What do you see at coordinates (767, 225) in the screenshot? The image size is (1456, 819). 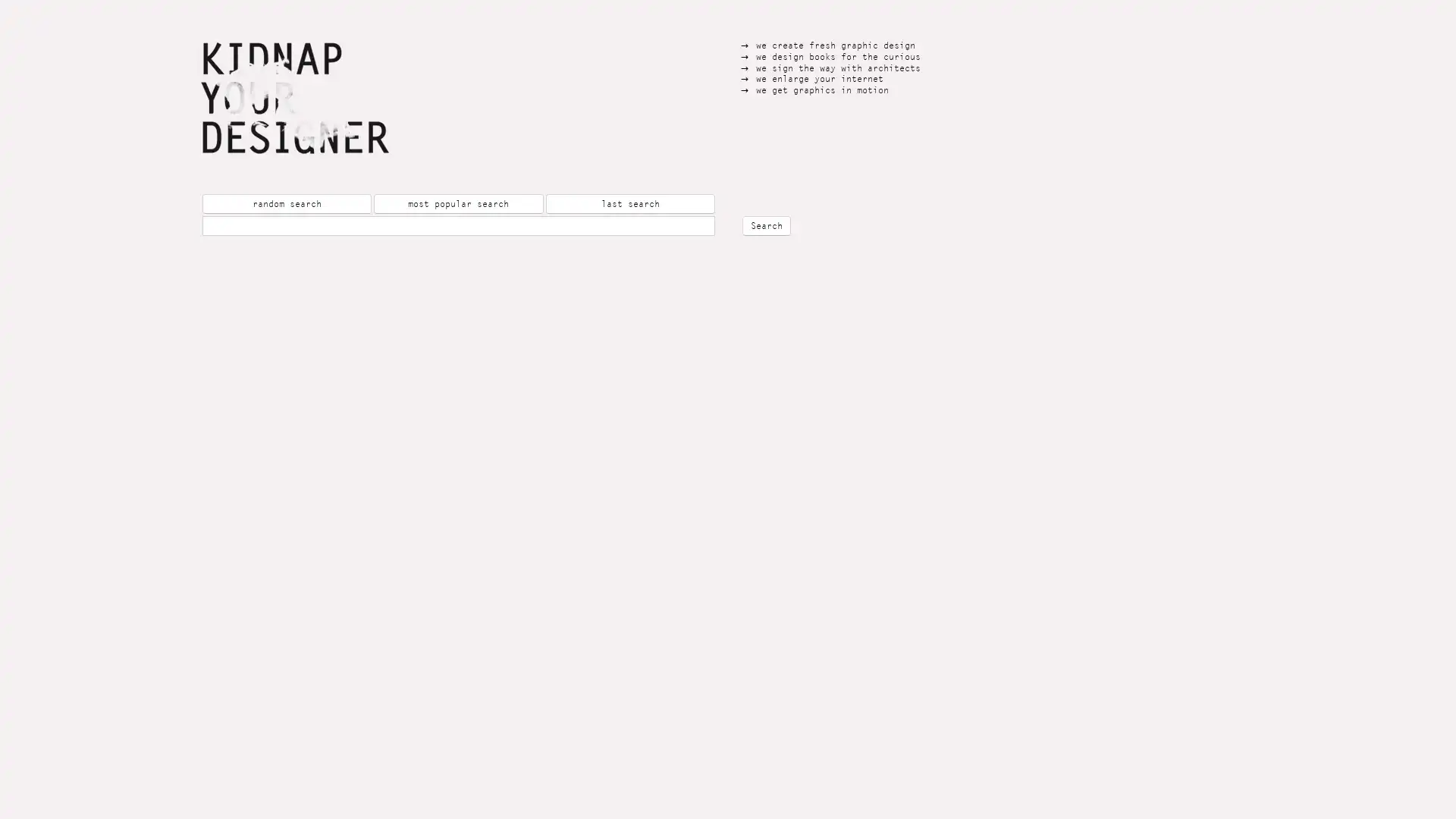 I see `Search` at bounding box center [767, 225].